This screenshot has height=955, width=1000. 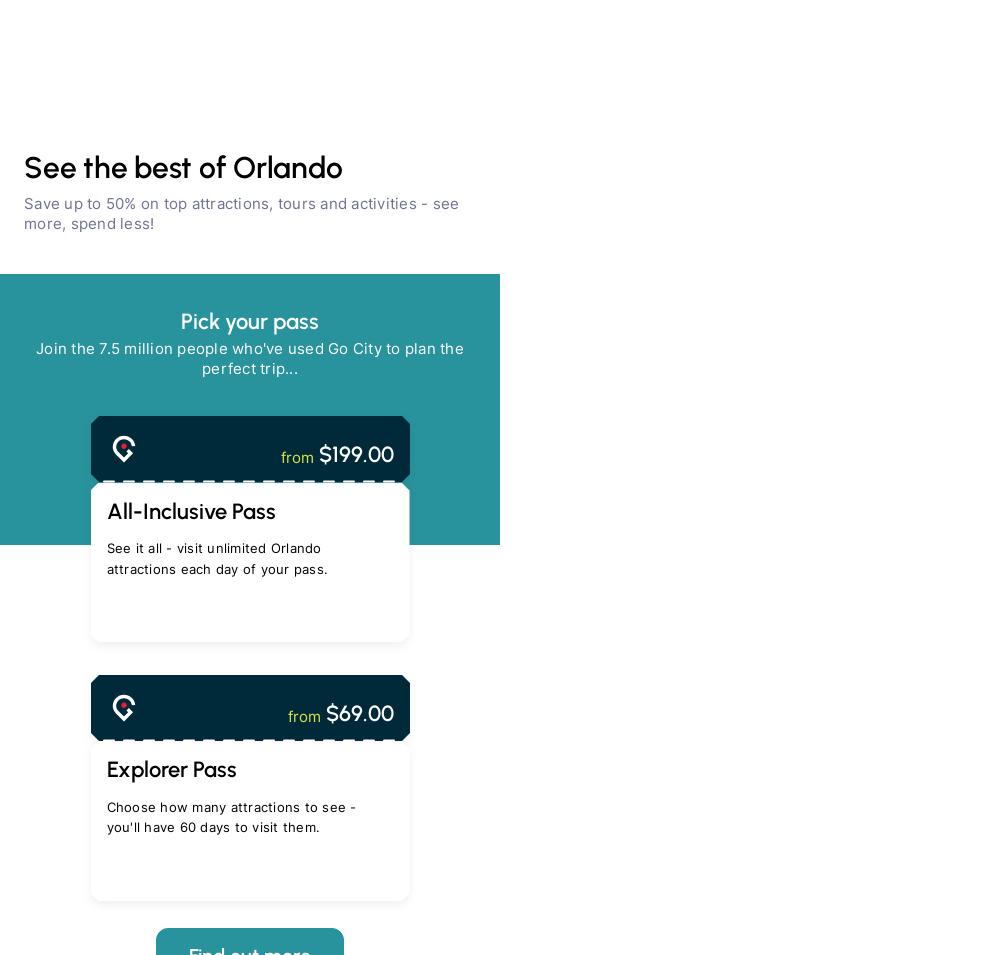 What do you see at coordinates (115, 817) in the screenshot?
I see `'One price. One pass. All the top attractions, all on your phone.'` at bounding box center [115, 817].